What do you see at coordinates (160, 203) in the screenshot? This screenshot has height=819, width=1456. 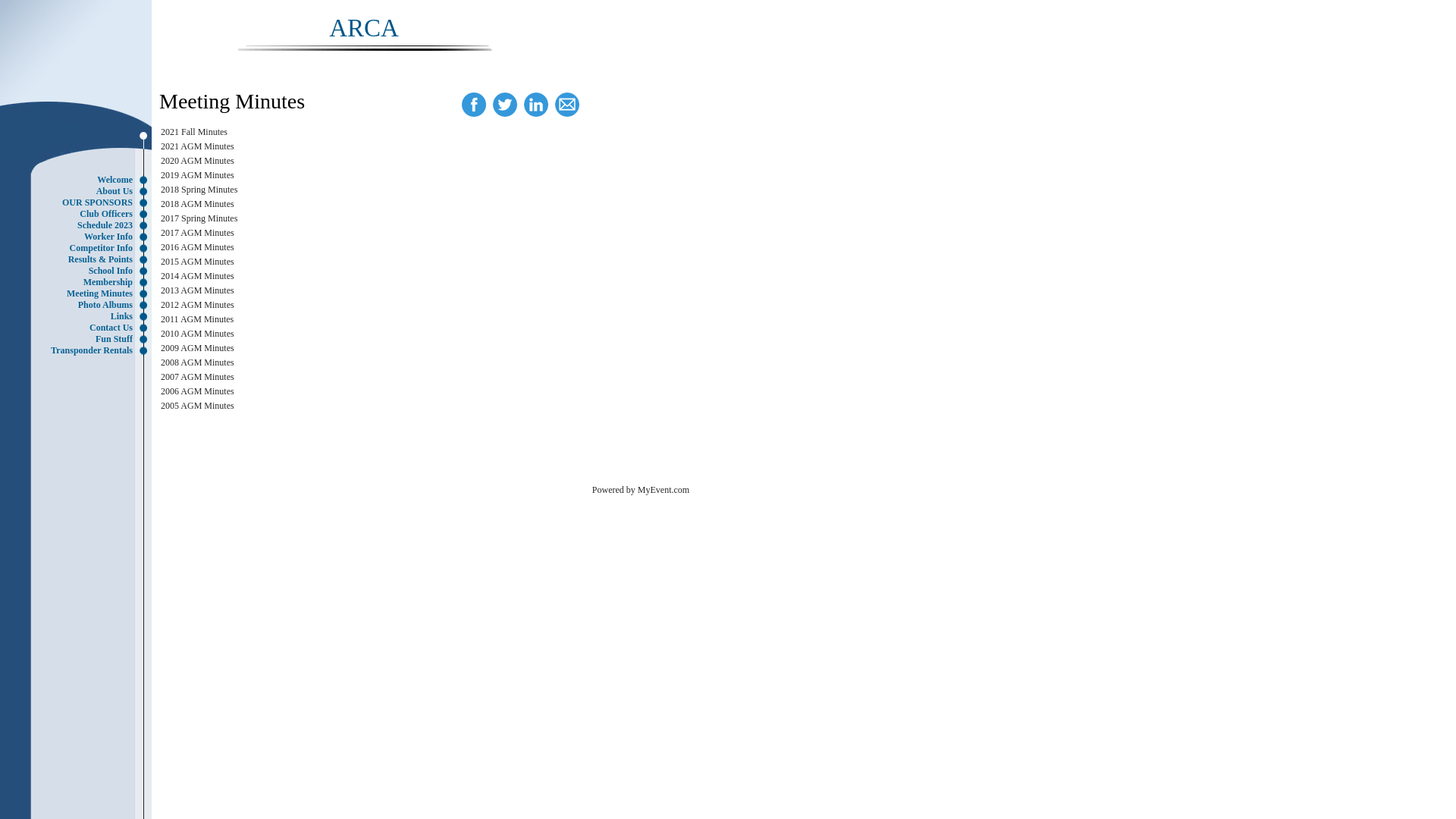 I see `'2018 AGM Minutes'` at bounding box center [160, 203].